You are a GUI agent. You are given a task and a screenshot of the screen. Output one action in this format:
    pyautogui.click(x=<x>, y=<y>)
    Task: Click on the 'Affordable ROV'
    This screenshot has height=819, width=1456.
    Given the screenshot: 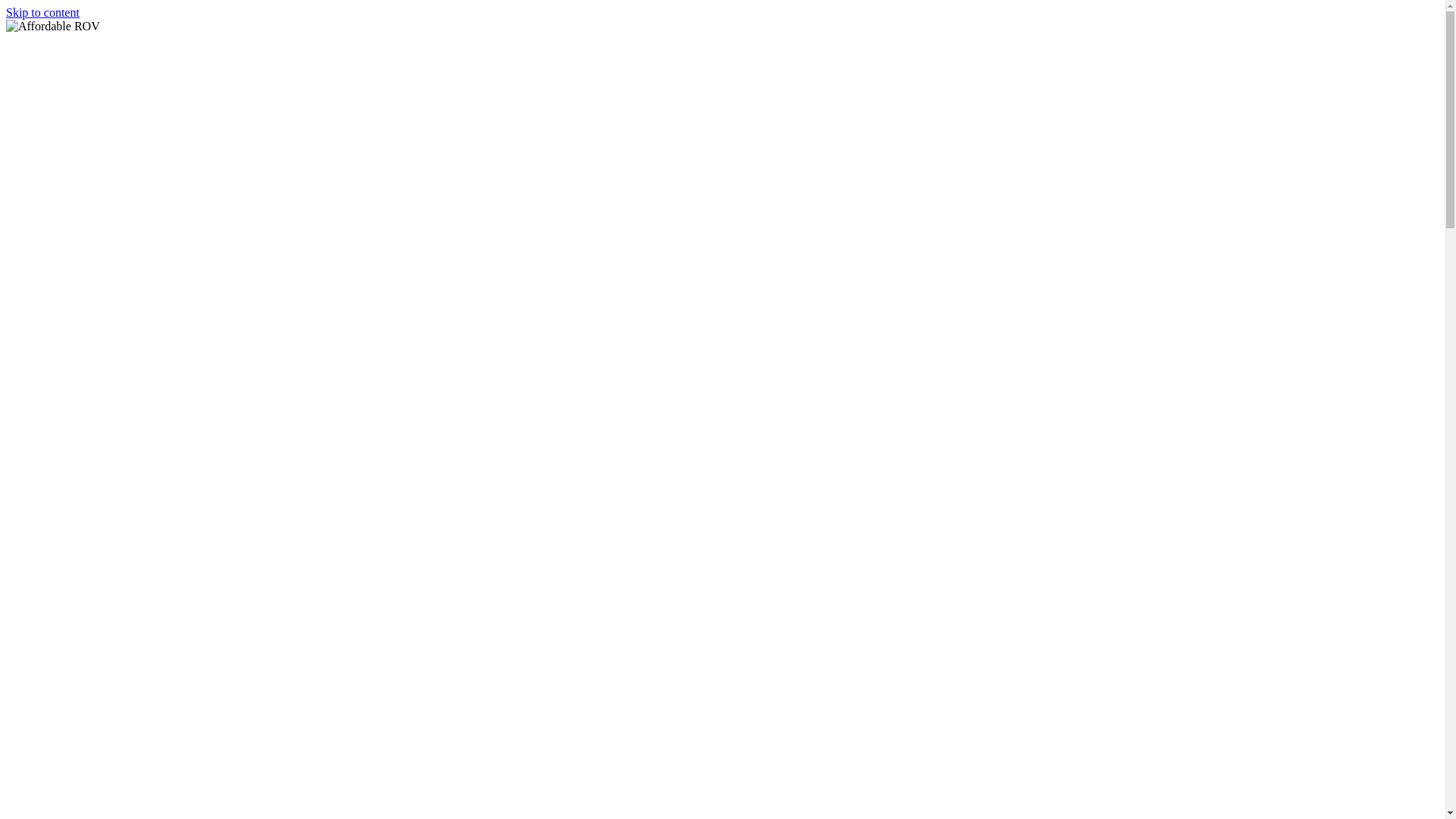 What is the action you would take?
    pyautogui.click(x=41, y=45)
    